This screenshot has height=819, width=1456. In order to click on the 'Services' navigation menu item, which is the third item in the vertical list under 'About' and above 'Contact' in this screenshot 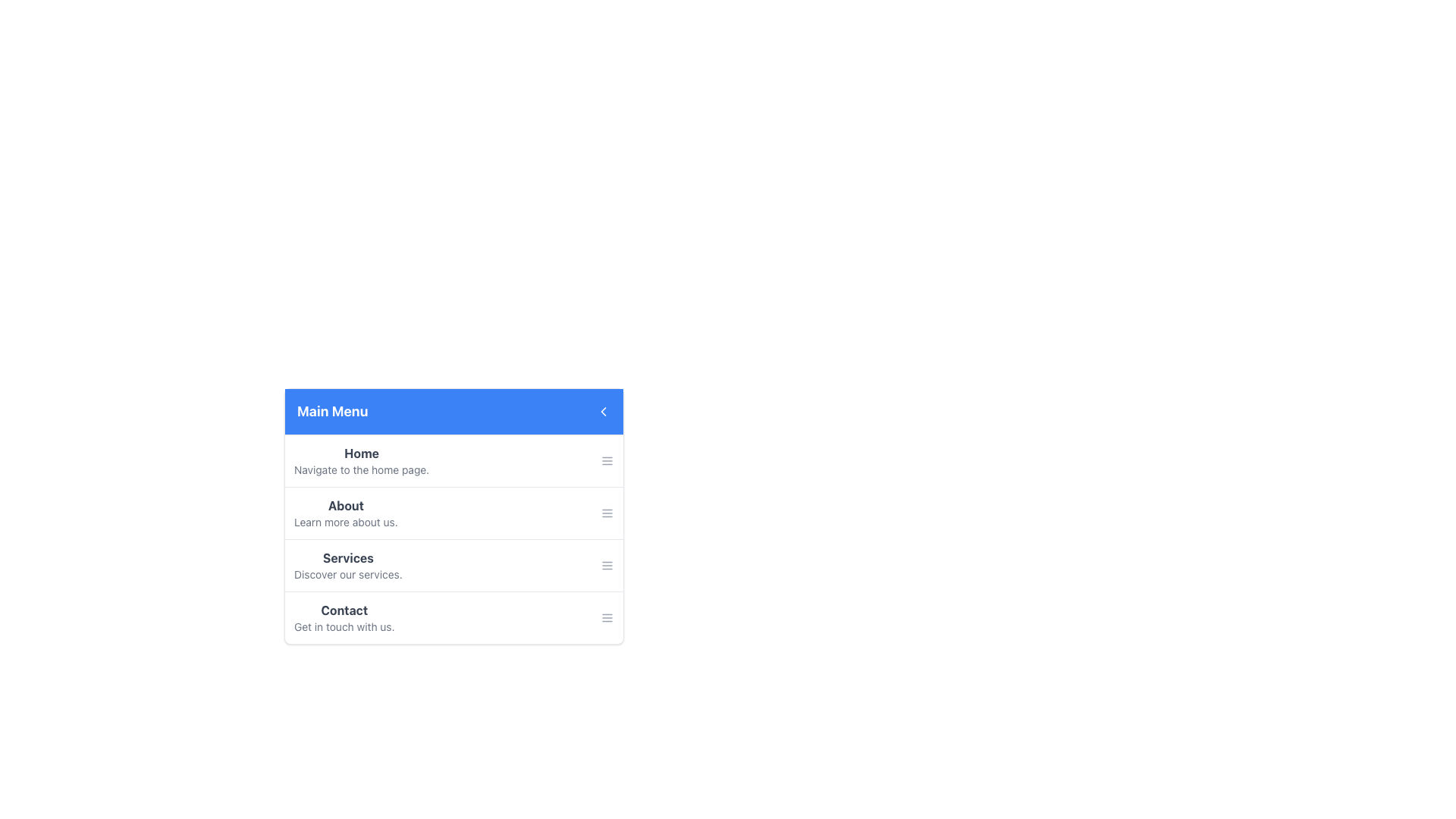, I will do `click(453, 558)`.